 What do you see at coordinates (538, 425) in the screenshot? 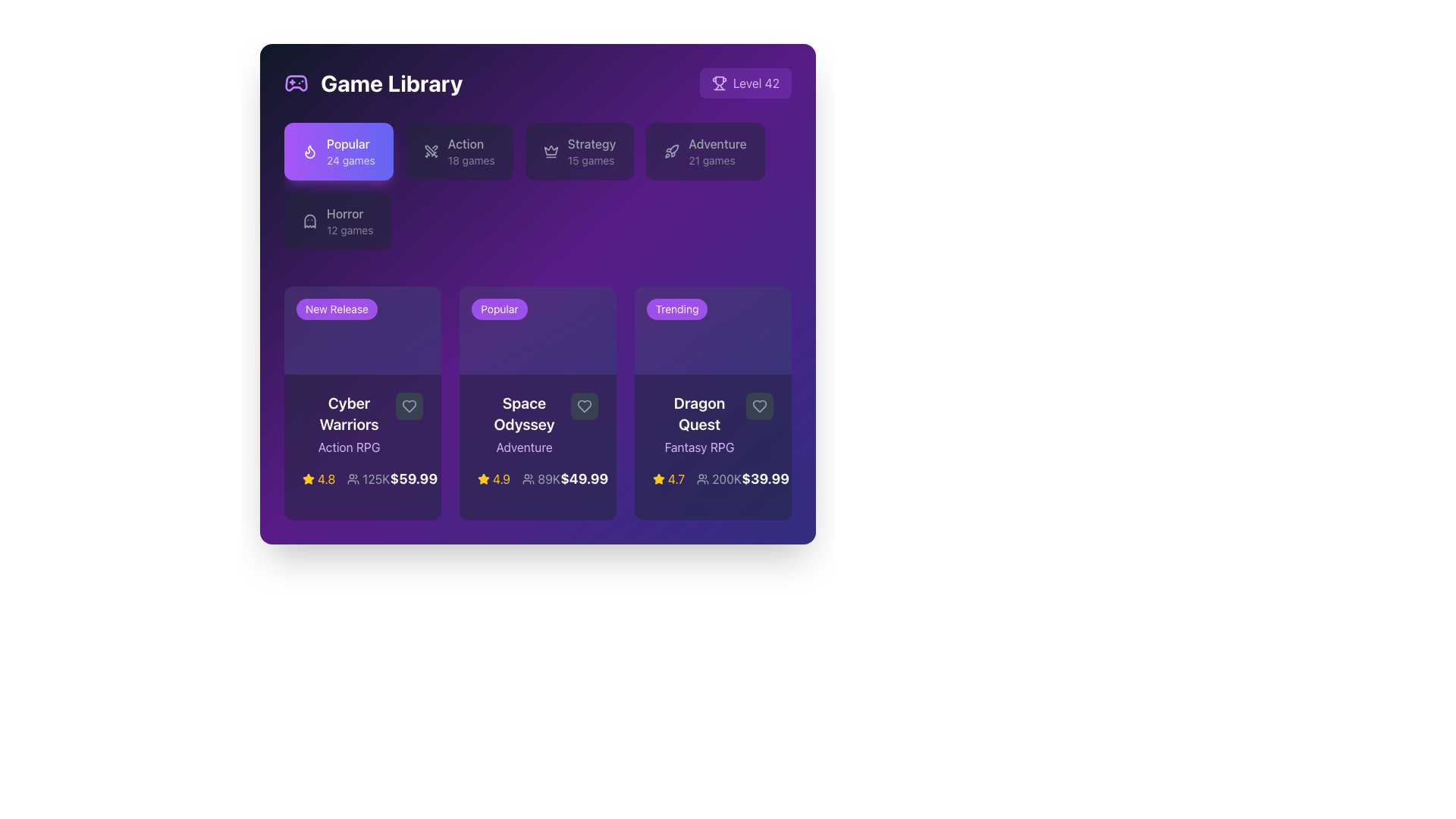
I see `title and category information text from the game listing located in the second card of the game catalog, positioned between the 'Cyber Warriors' and 'Dragon Quest' cards` at bounding box center [538, 425].